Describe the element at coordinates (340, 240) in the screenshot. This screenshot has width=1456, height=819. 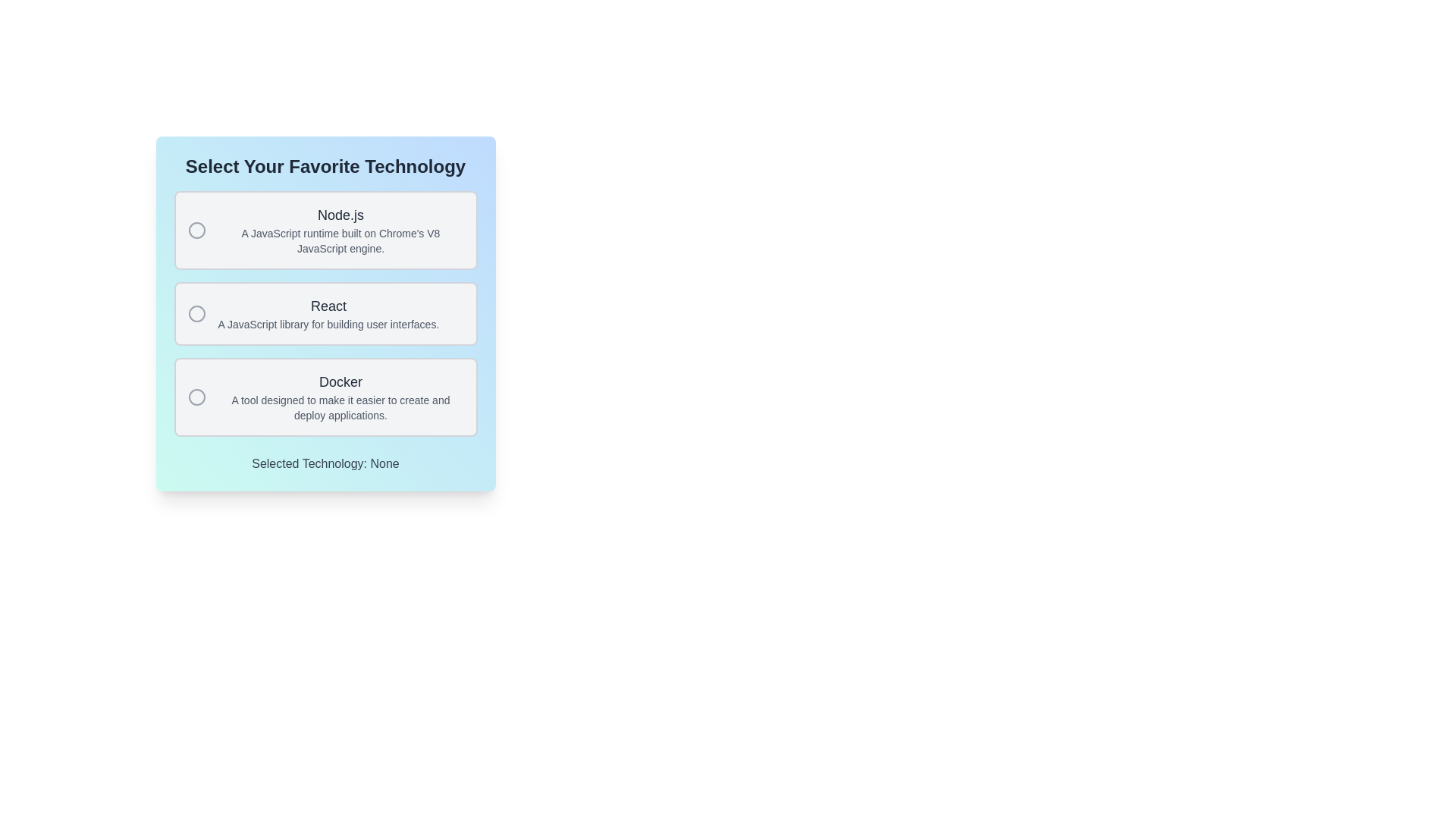
I see `descriptive text label for the 'Node.js' option located under the title 'Node.js' in the top section of the interface` at that location.